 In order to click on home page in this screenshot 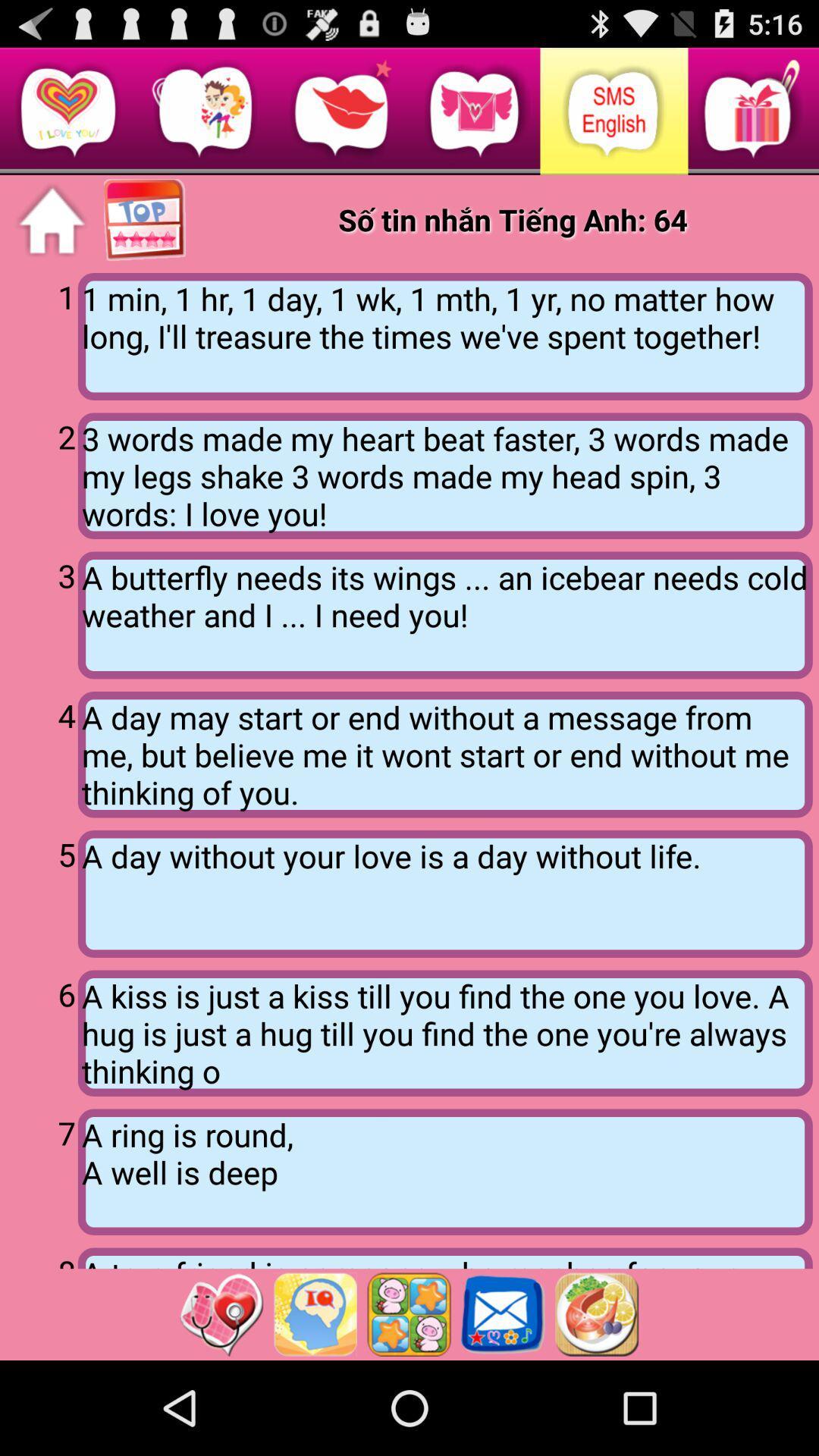, I will do `click(51, 220)`.